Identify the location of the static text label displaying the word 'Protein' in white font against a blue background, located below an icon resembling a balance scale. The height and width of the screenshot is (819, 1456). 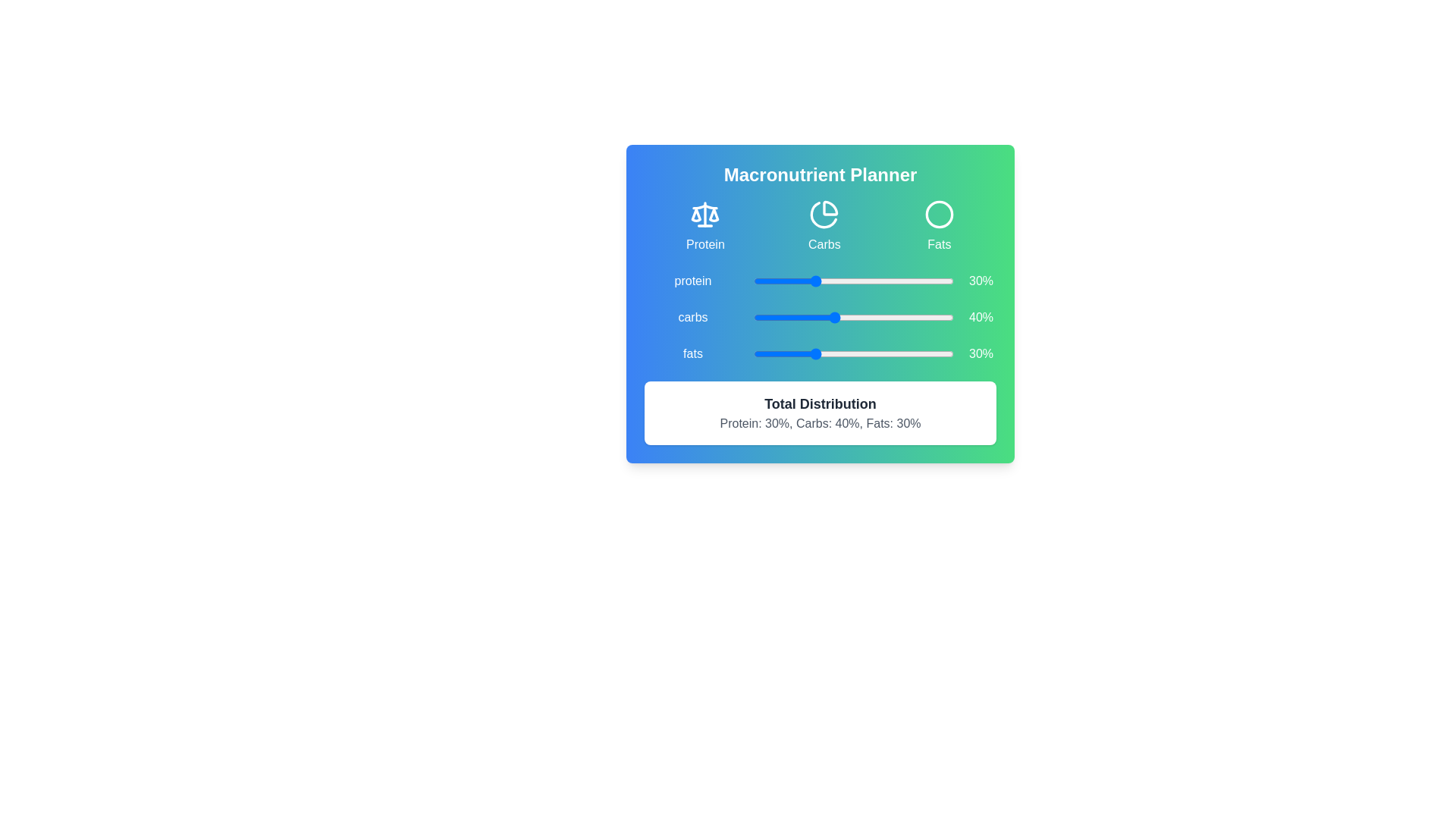
(704, 243).